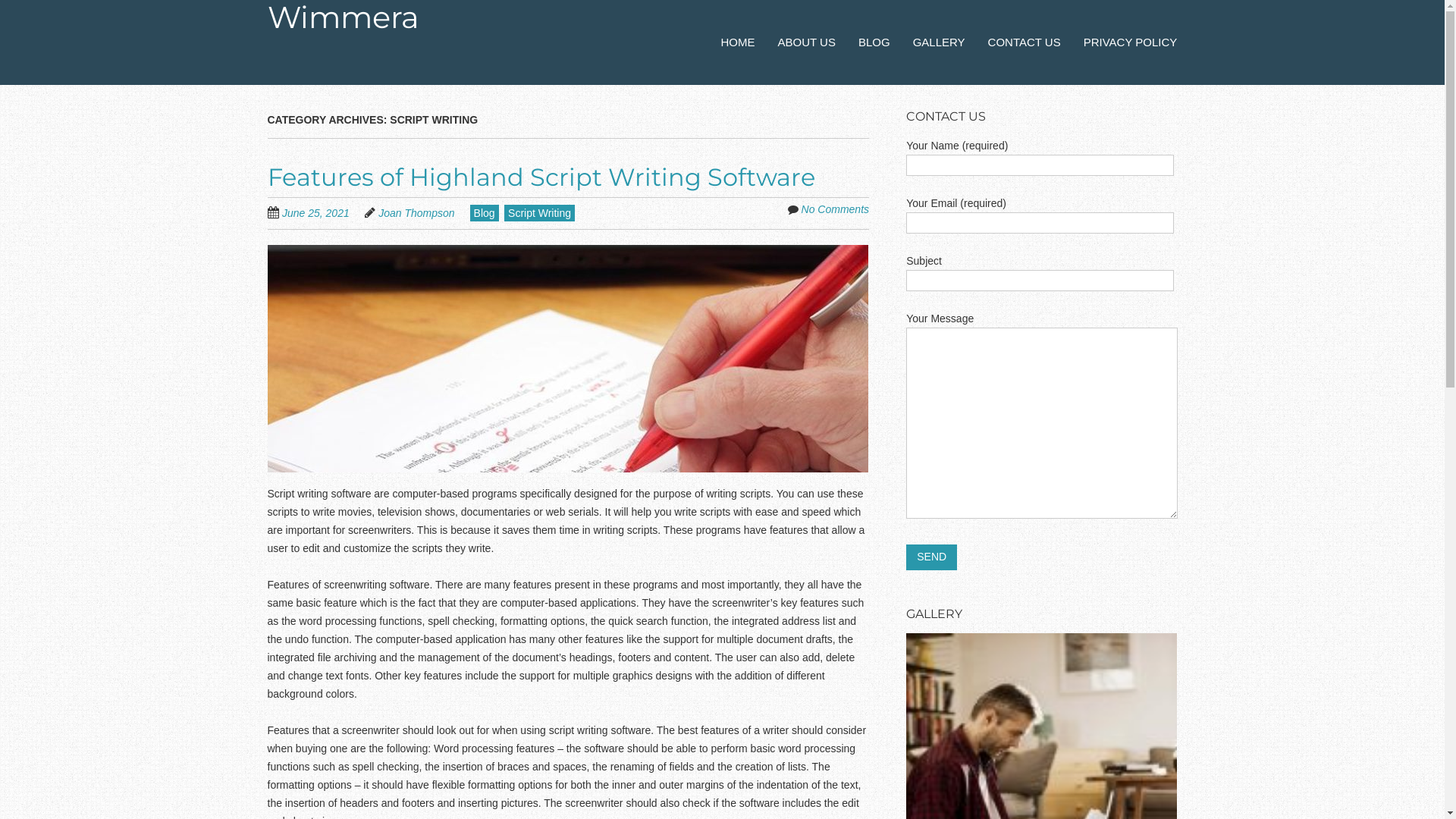  Describe the element at coordinates (906, 557) in the screenshot. I see `'Send'` at that location.